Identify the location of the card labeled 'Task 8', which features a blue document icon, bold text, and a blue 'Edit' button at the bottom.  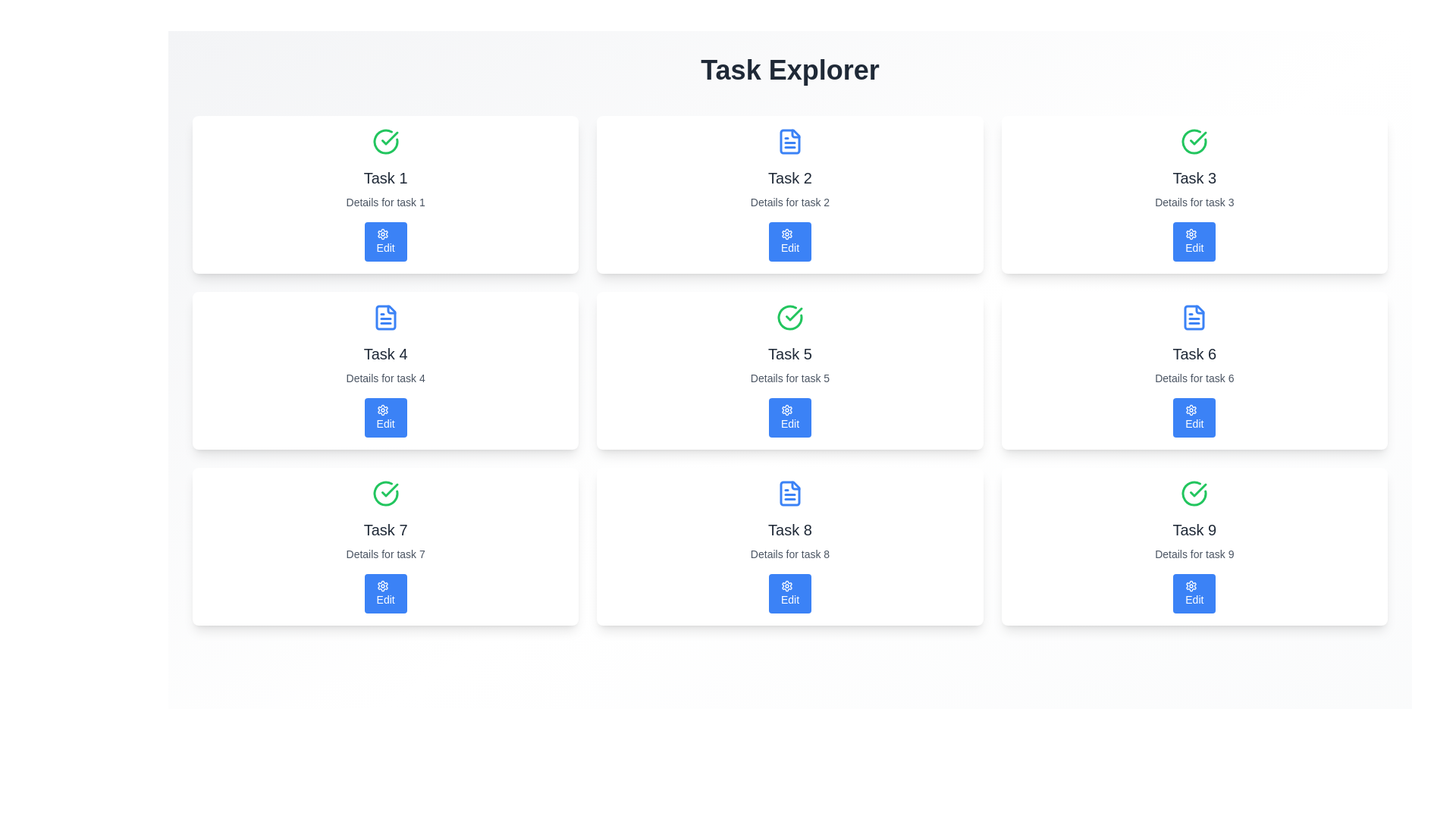
(789, 547).